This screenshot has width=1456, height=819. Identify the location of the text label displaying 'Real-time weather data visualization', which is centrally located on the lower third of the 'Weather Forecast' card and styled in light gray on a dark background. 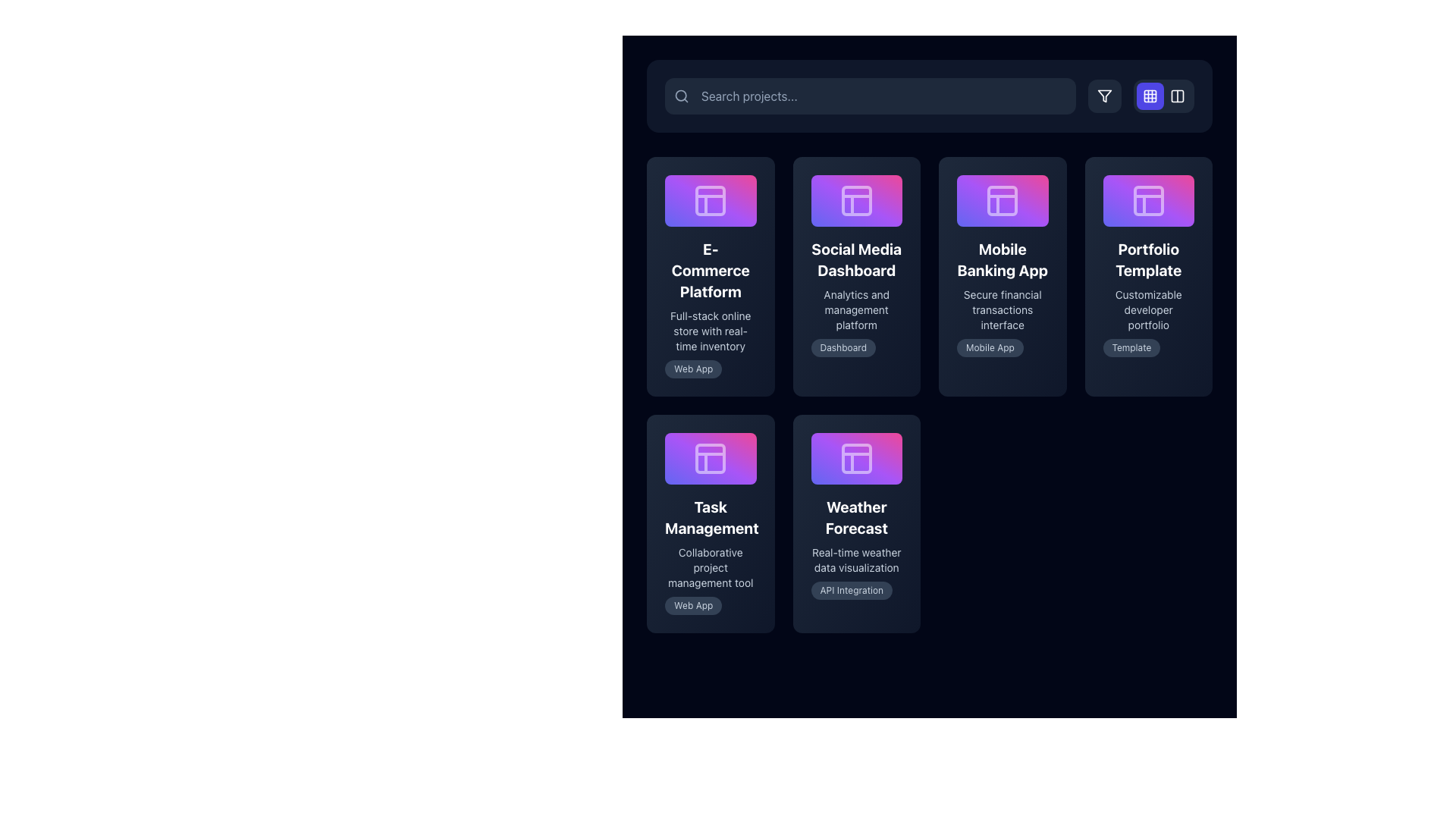
(856, 560).